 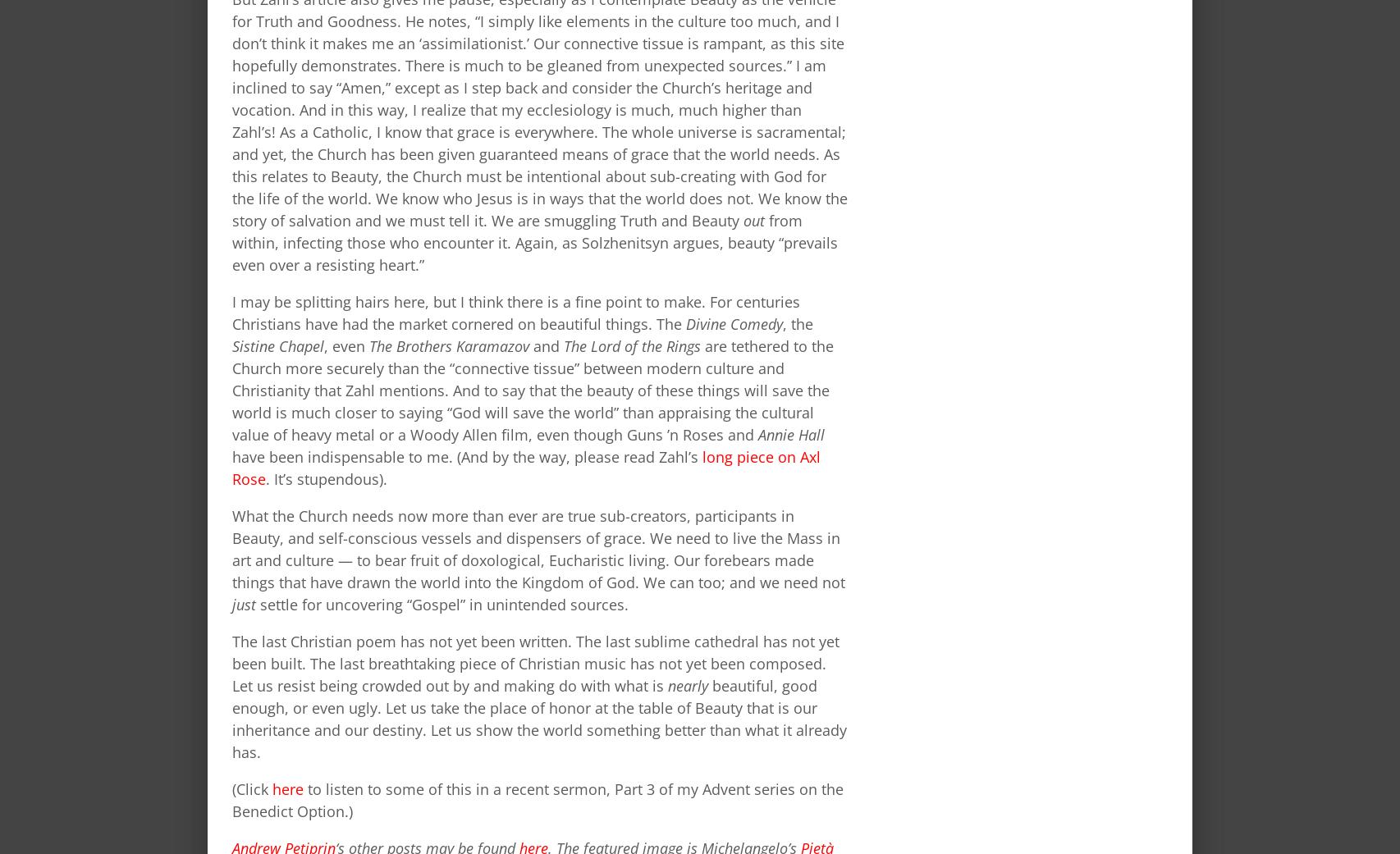 I want to click on '(Click', so click(x=252, y=788).